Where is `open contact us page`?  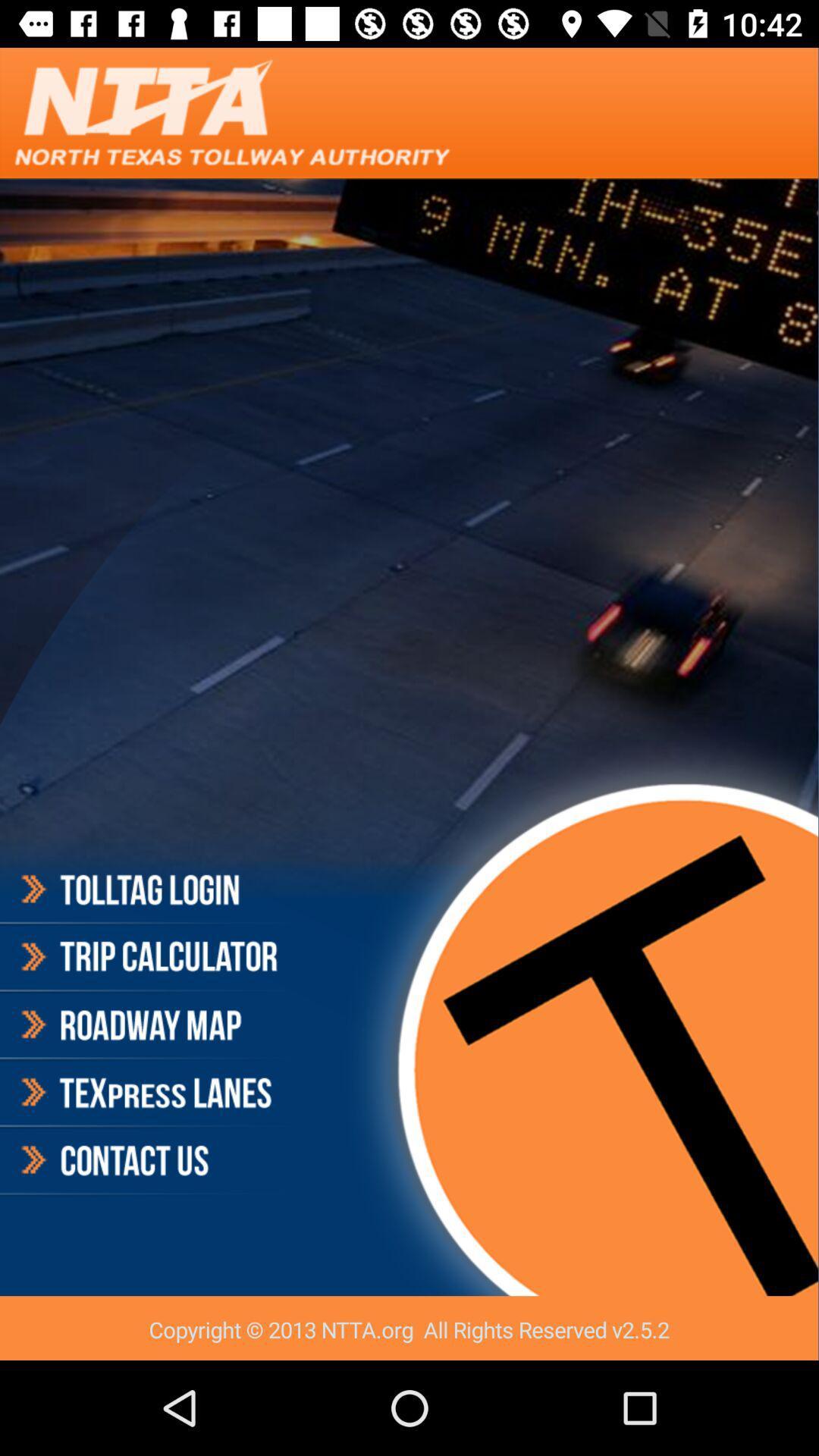 open contact us page is located at coordinates (147, 1159).